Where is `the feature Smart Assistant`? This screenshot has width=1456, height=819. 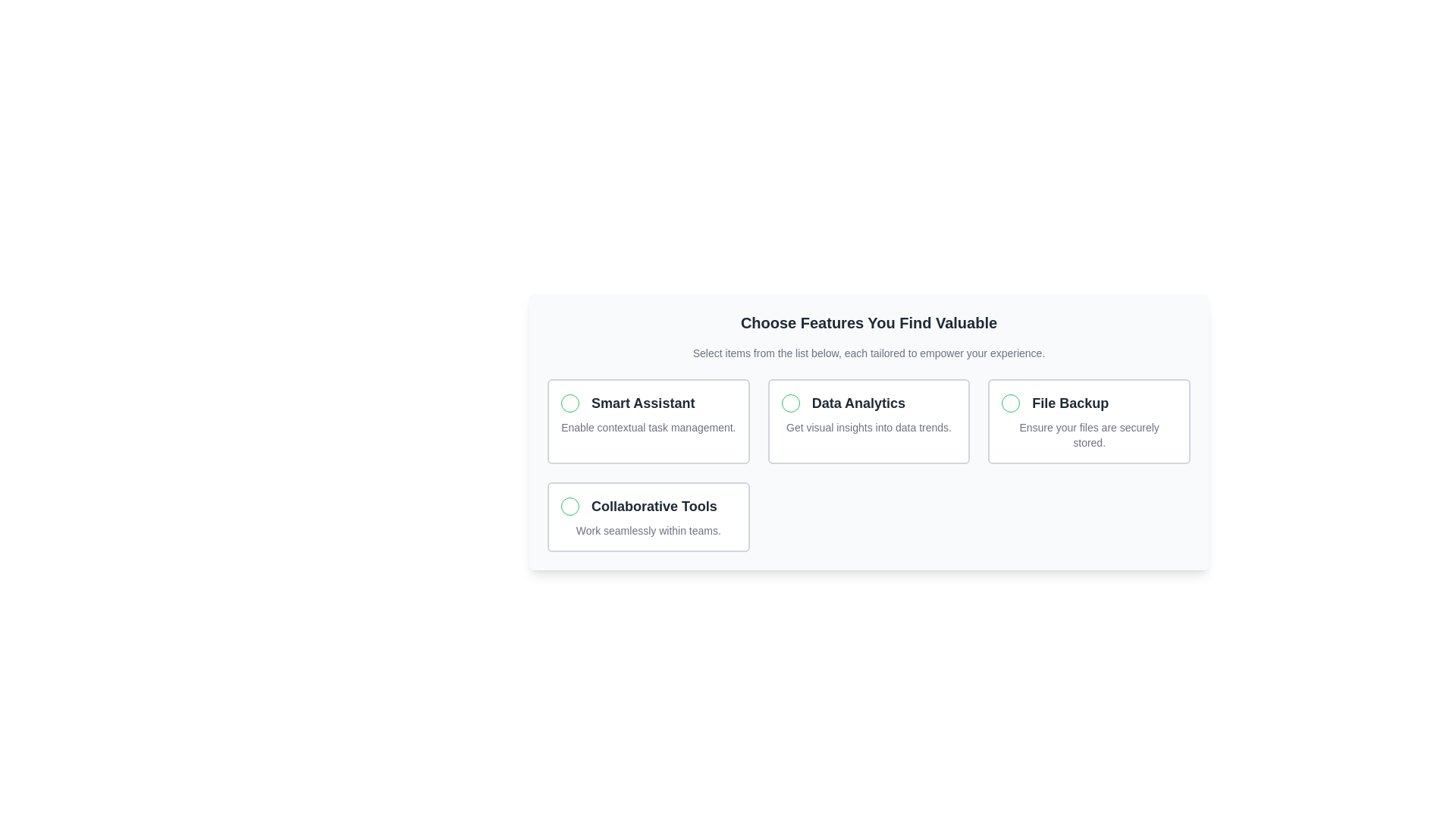 the feature Smart Assistant is located at coordinates (648, 421).